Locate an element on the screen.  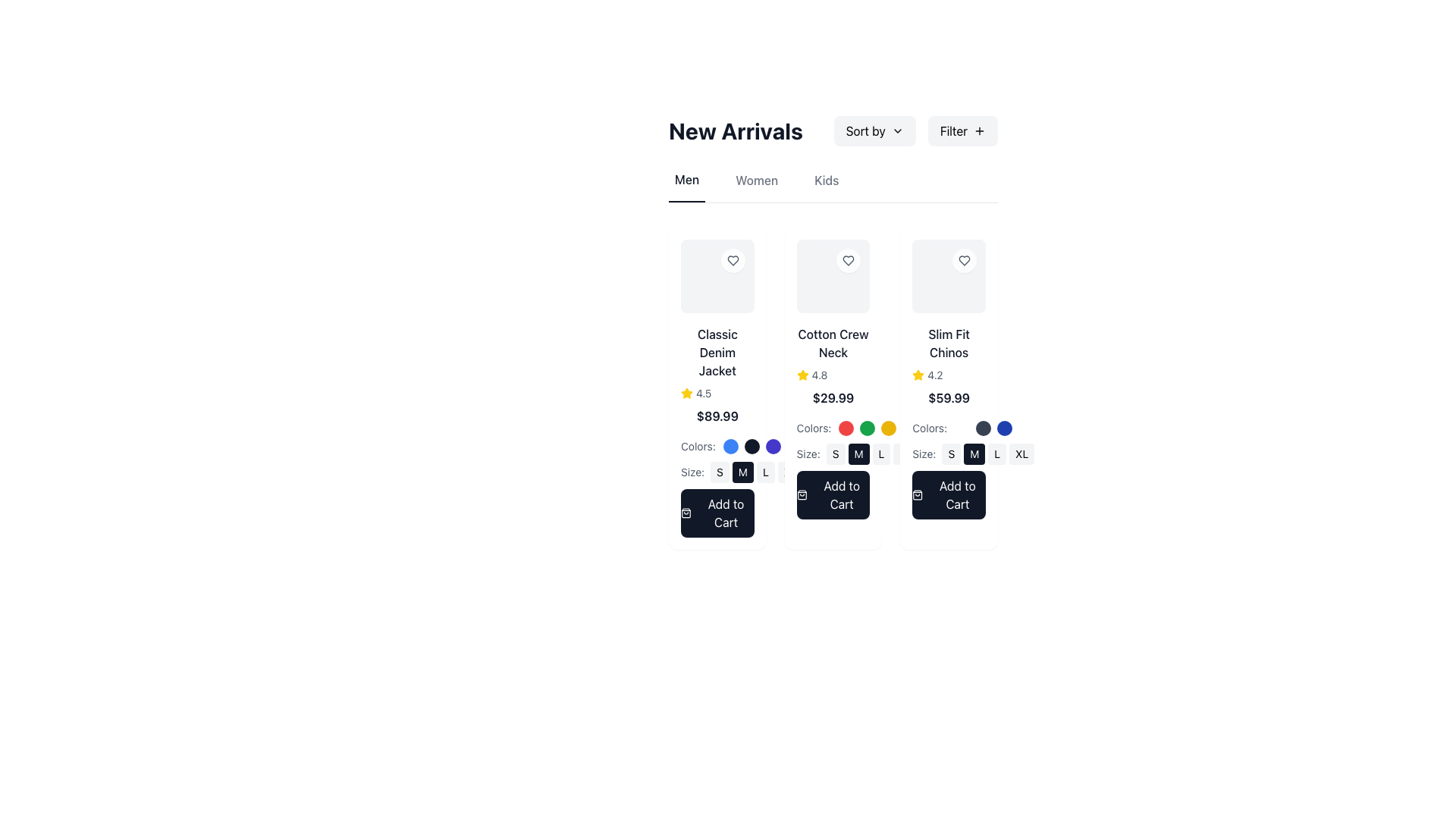
the 'S' size button located under the 'Size:' label in the first product card of the merchandise section is located at coordinates (717, 471).